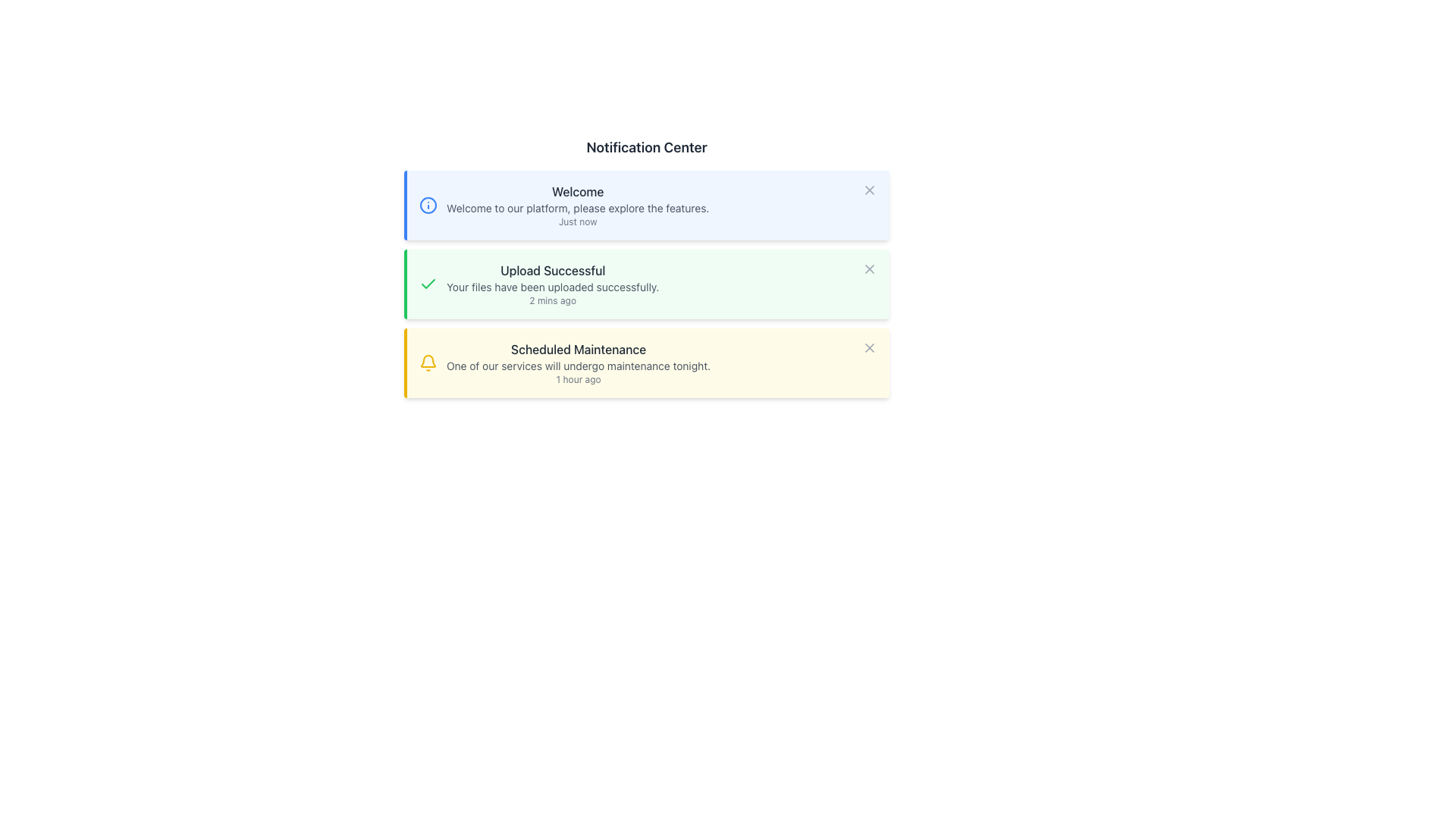 The height and width of the screenshot is (819, 1456). Describe the element at coordinates (428, 284) in the screenshot. I see `the visual confirmation icon located at the top-left corner of the 'Upload Successful' notification card, adjacent to the title text` at that location.